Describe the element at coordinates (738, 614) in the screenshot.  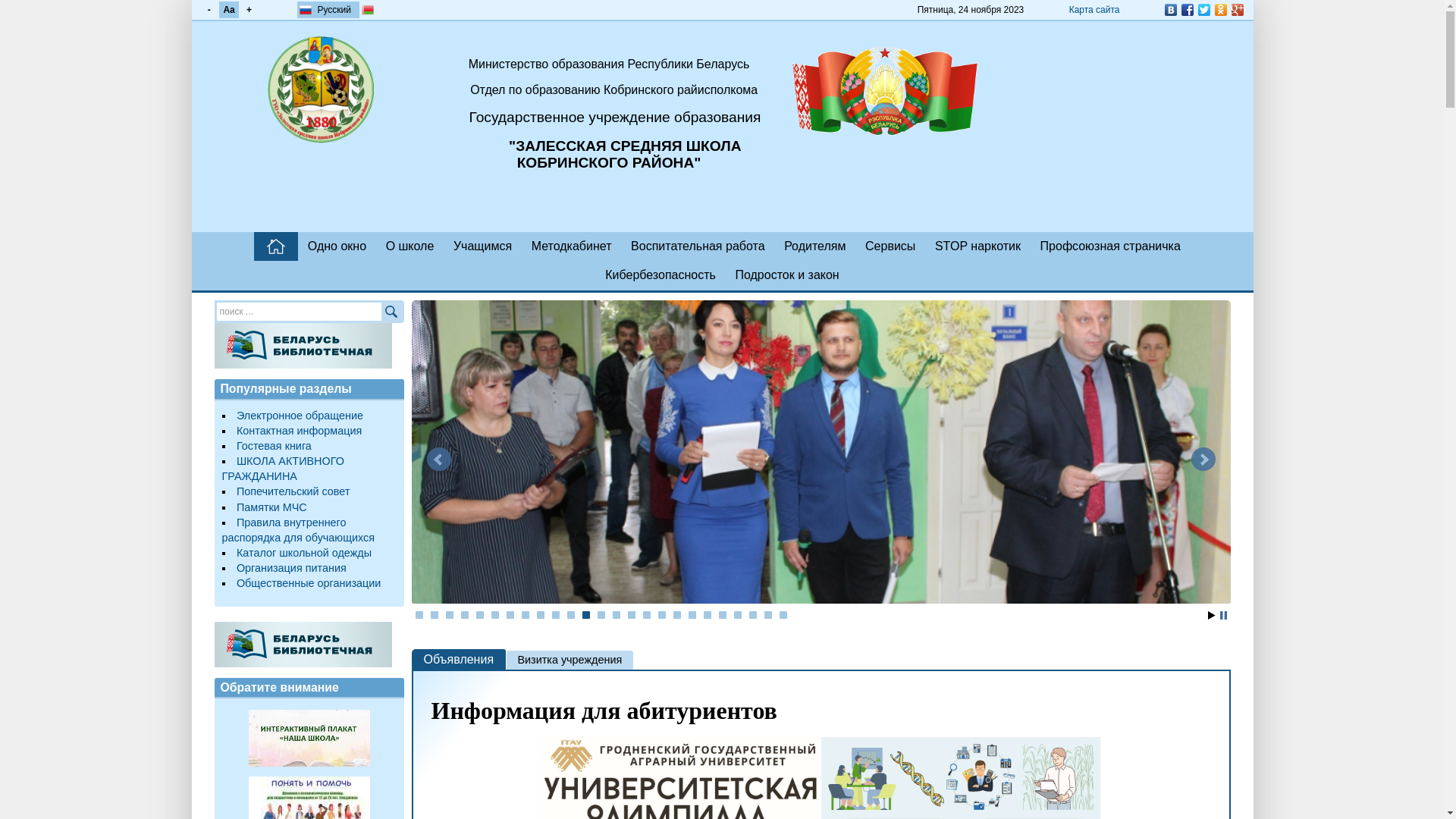
I see `'22'` at that location.